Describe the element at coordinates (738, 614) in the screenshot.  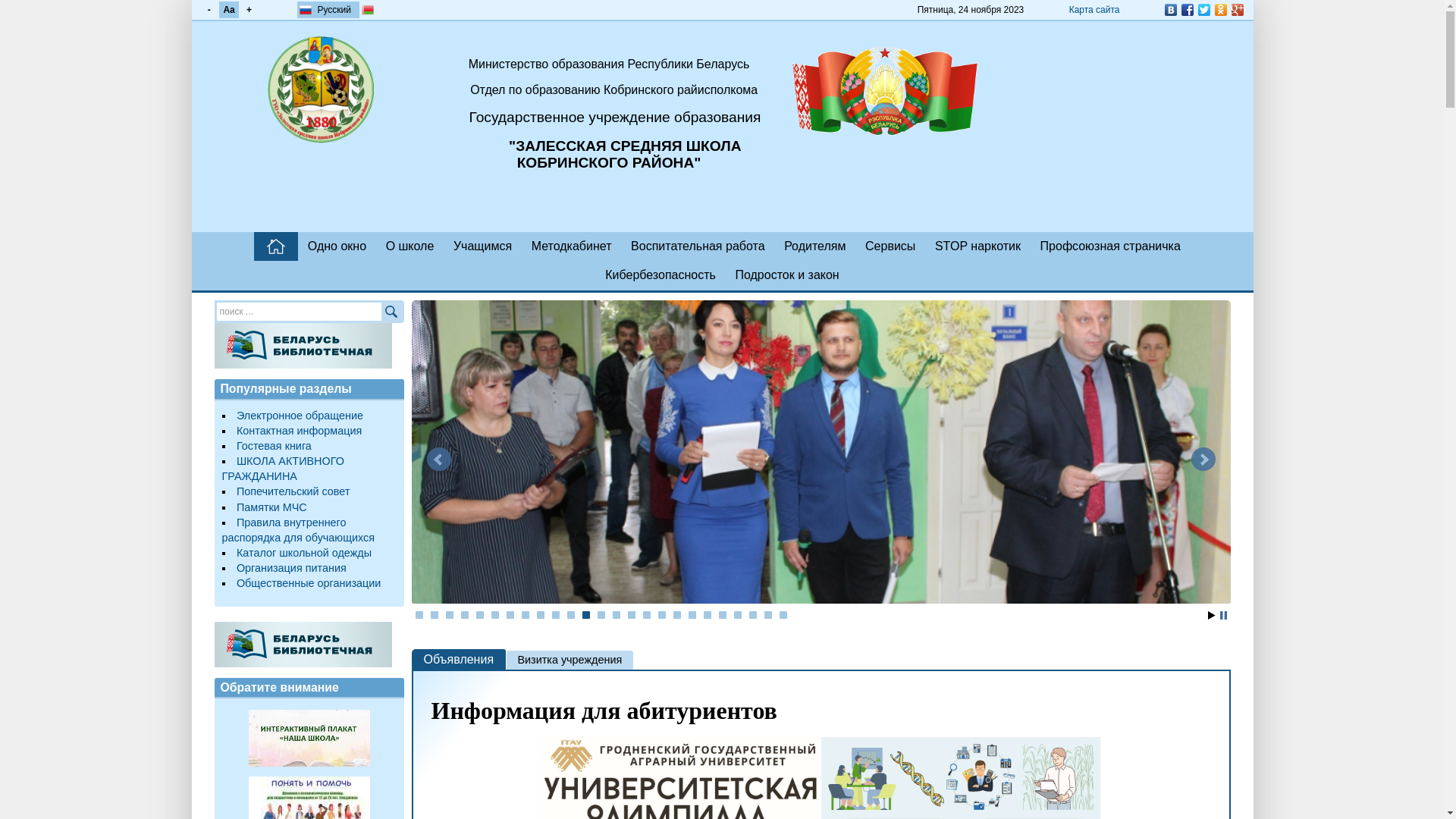
I see `'22'` at that location.